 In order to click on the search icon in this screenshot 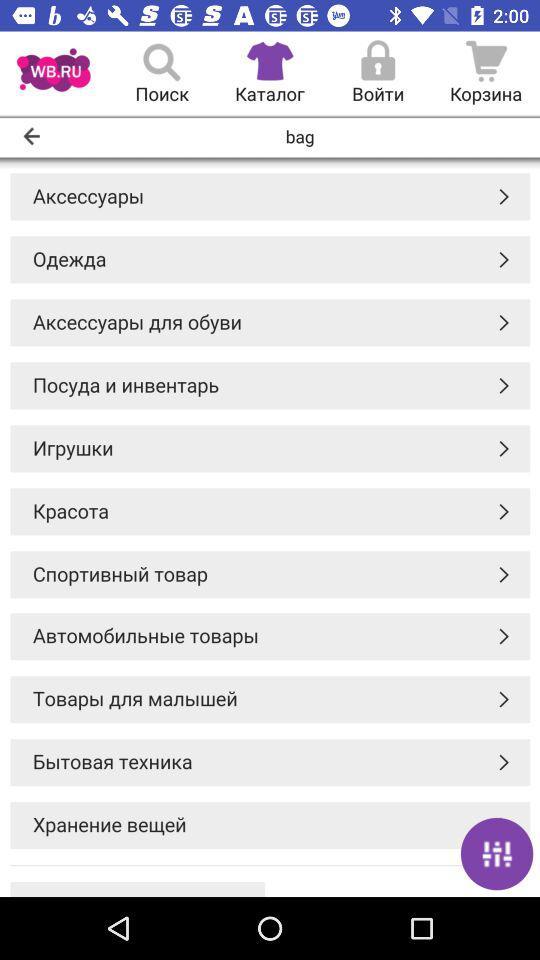, I will do `click(161, 73)`.